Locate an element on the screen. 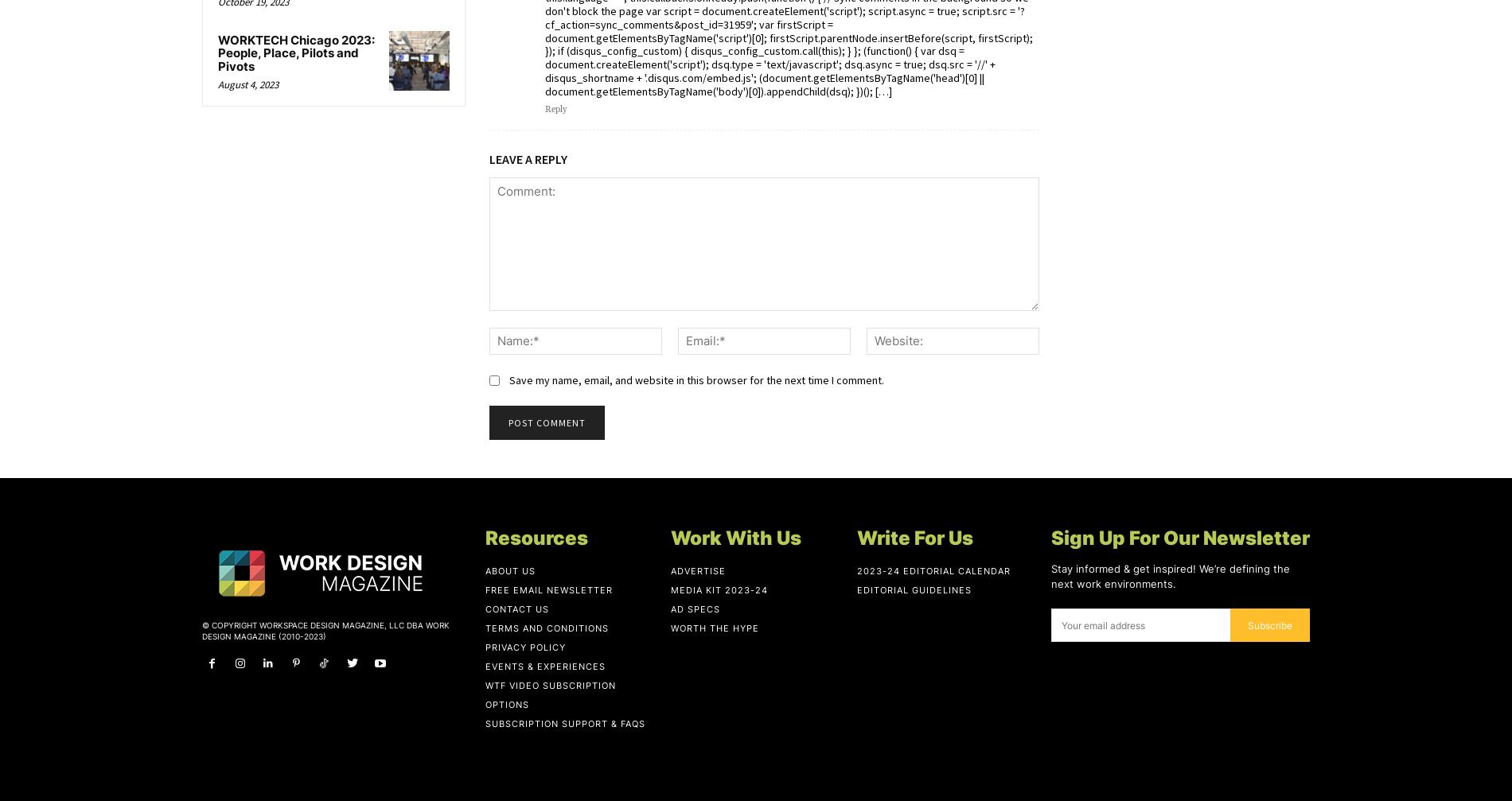 This screenshot has height=801, width=1512. 'Editorial Guidelines' is located at coordinates (913, 589).